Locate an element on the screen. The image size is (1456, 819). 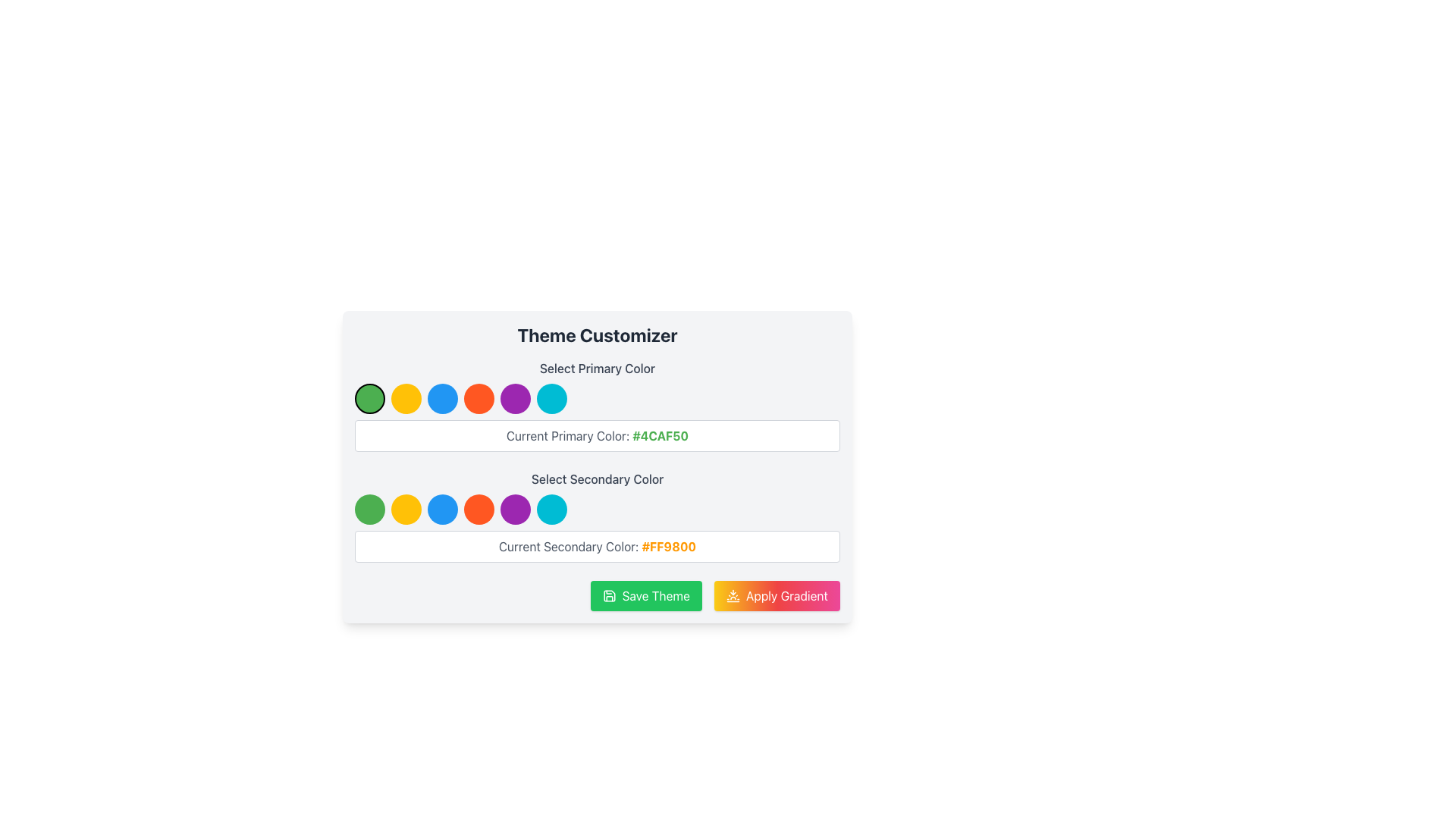
the Label/Static Text that provides context for the adjacent color code '#4CAF50' is located at coordinates (569, 435).